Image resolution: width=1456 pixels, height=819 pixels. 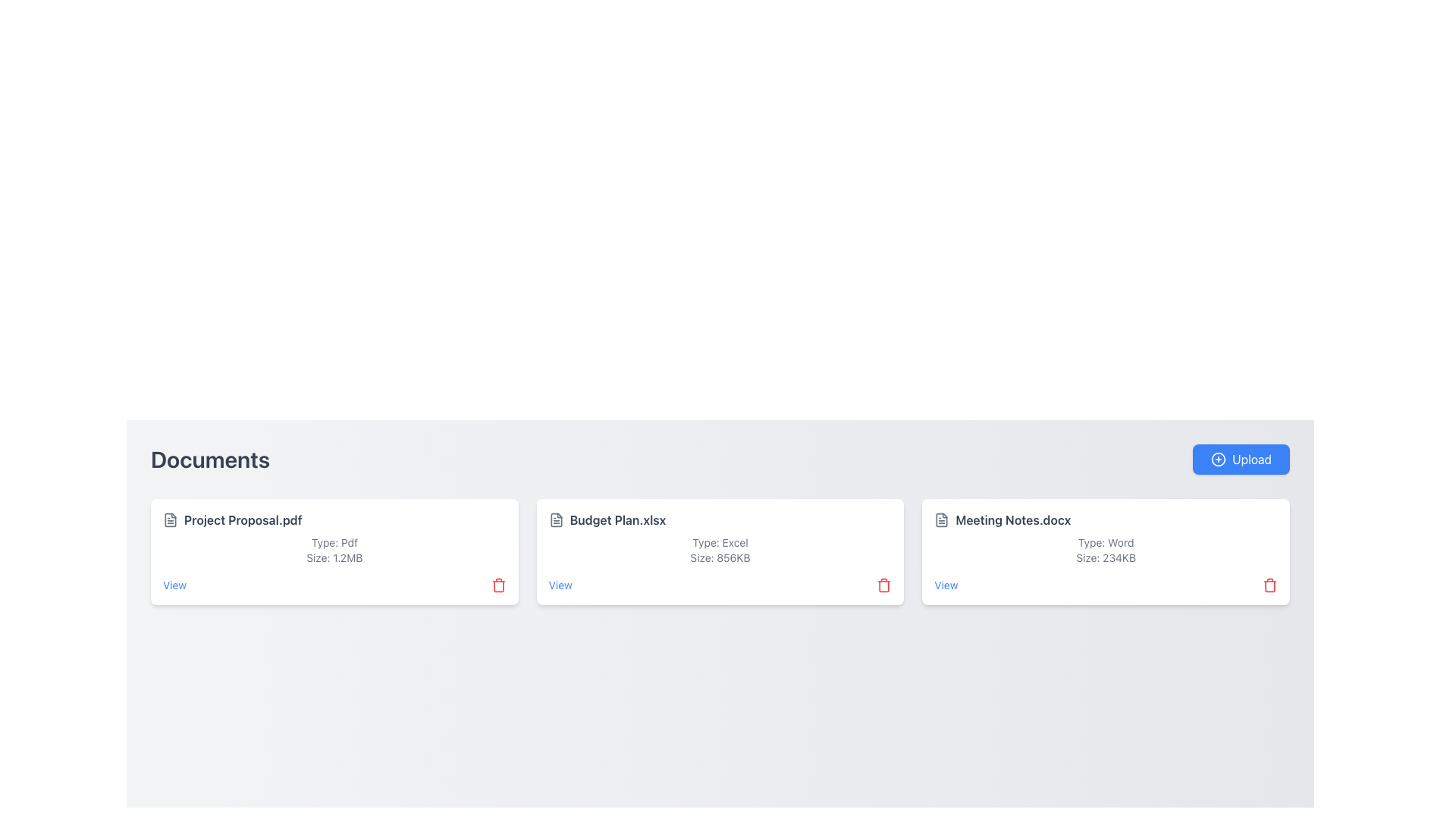 What do you see at coordinates (1219, 458) in the screenshot?
I see `the circular plus sign icon inside the top-right blue 'Upload' button, which suggests an 'add' or 'create' action` at bounding box center [1219, 458].